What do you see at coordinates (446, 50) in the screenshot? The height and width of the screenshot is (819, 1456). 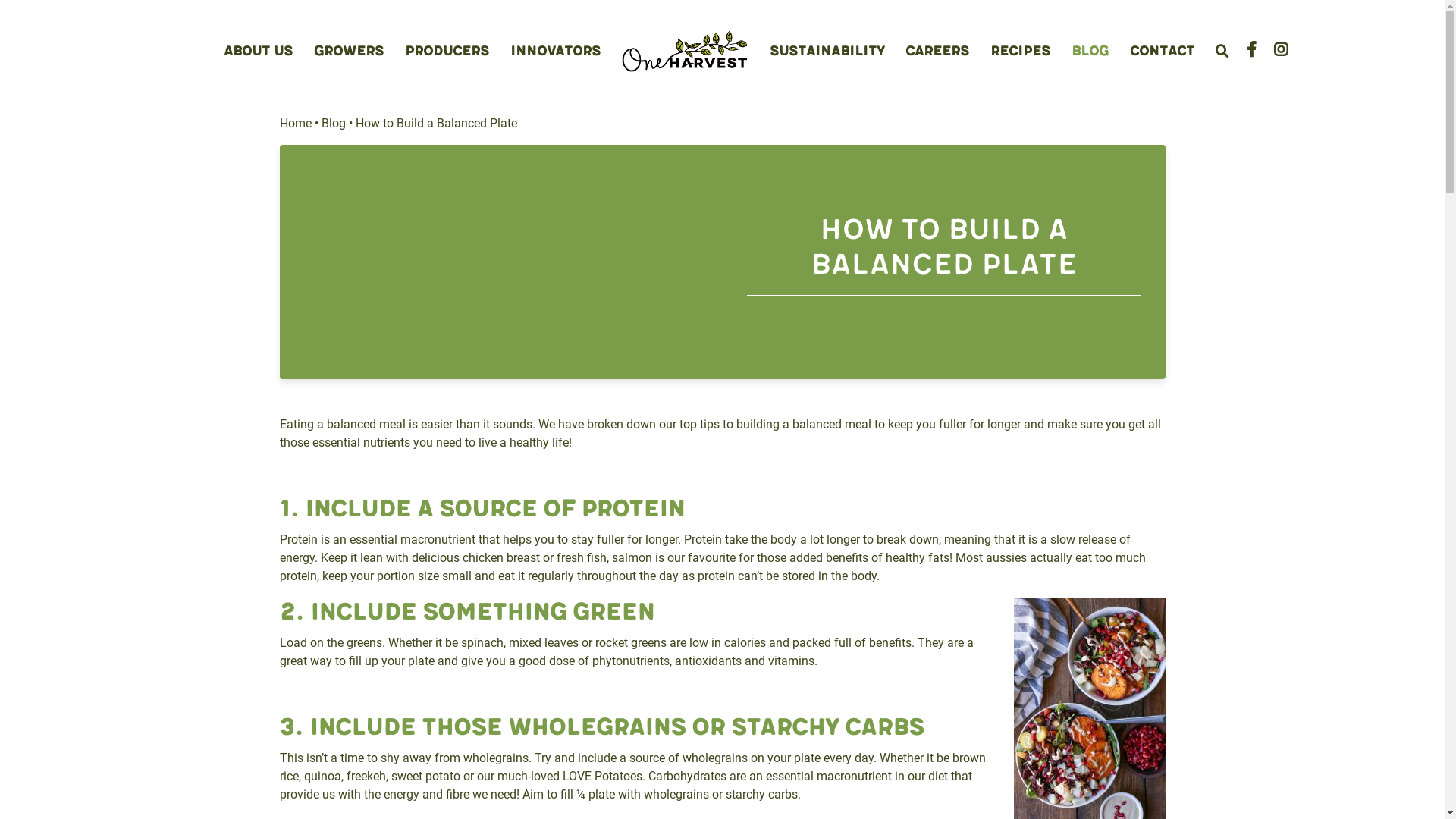 I see `'PRODUCERS'` at bounding box center [446, 50].